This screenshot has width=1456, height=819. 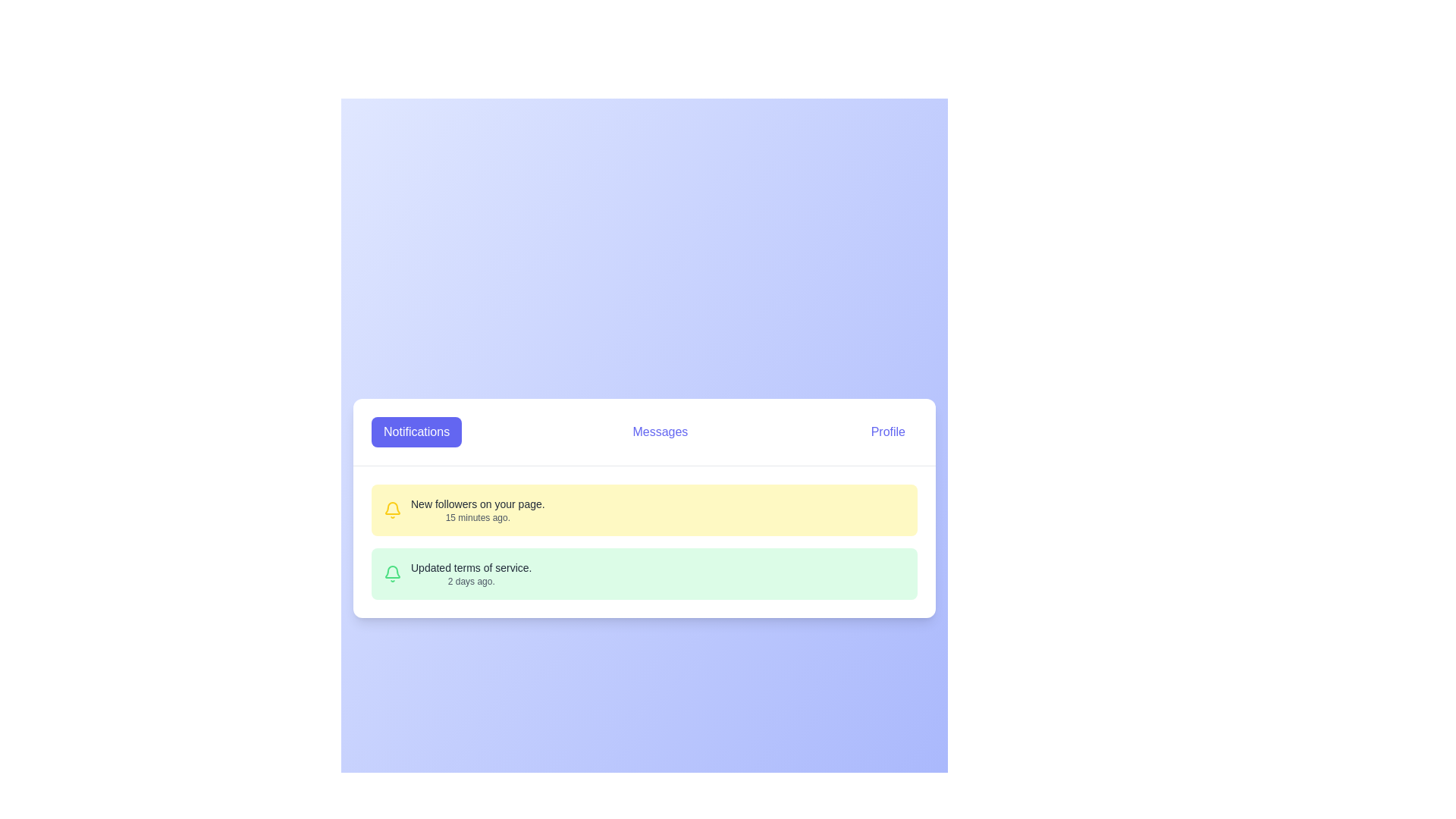 I want to click on the notification with the text 'New followers on your page.' located within the first notification card beneath the header tabs labeled 'Notifications', 'Messages', and 'Profile', so click(x=477, y=510).